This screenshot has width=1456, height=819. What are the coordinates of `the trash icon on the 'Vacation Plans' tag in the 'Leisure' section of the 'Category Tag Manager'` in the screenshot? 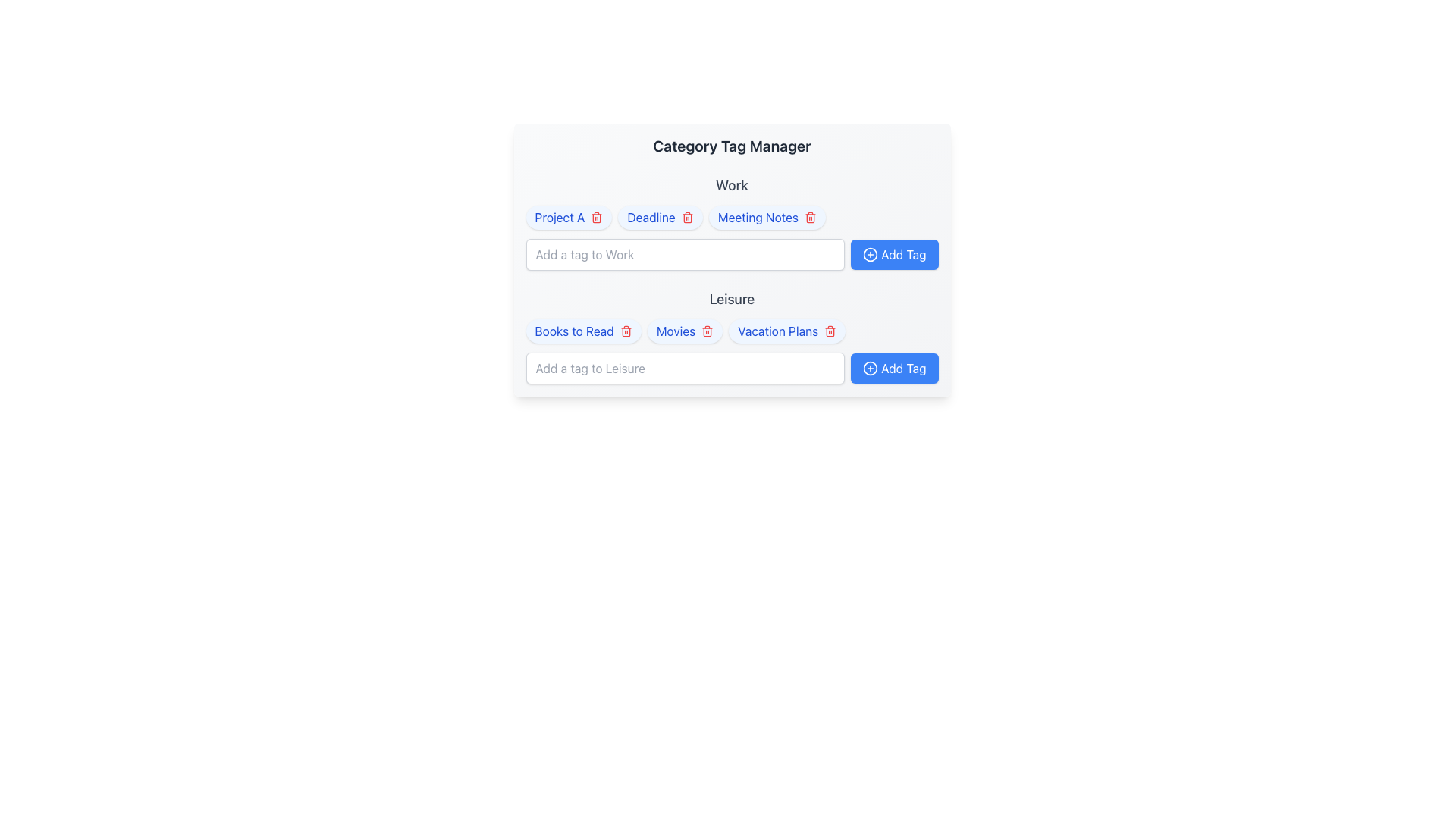 It's located at (787, 330).